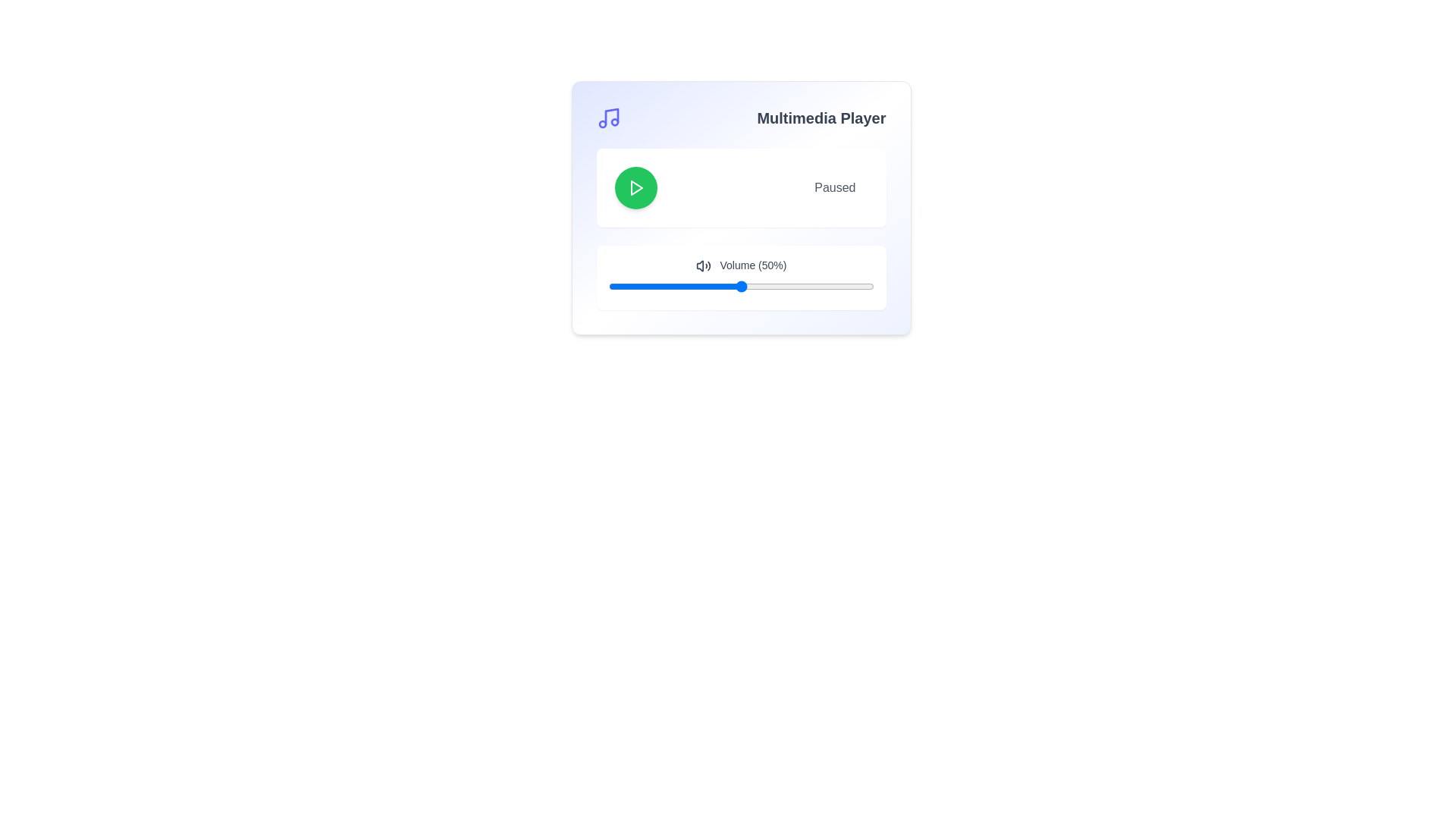 The height and width of the screenshot is (819, 1456). I want to click on volume, so click(714, 287).